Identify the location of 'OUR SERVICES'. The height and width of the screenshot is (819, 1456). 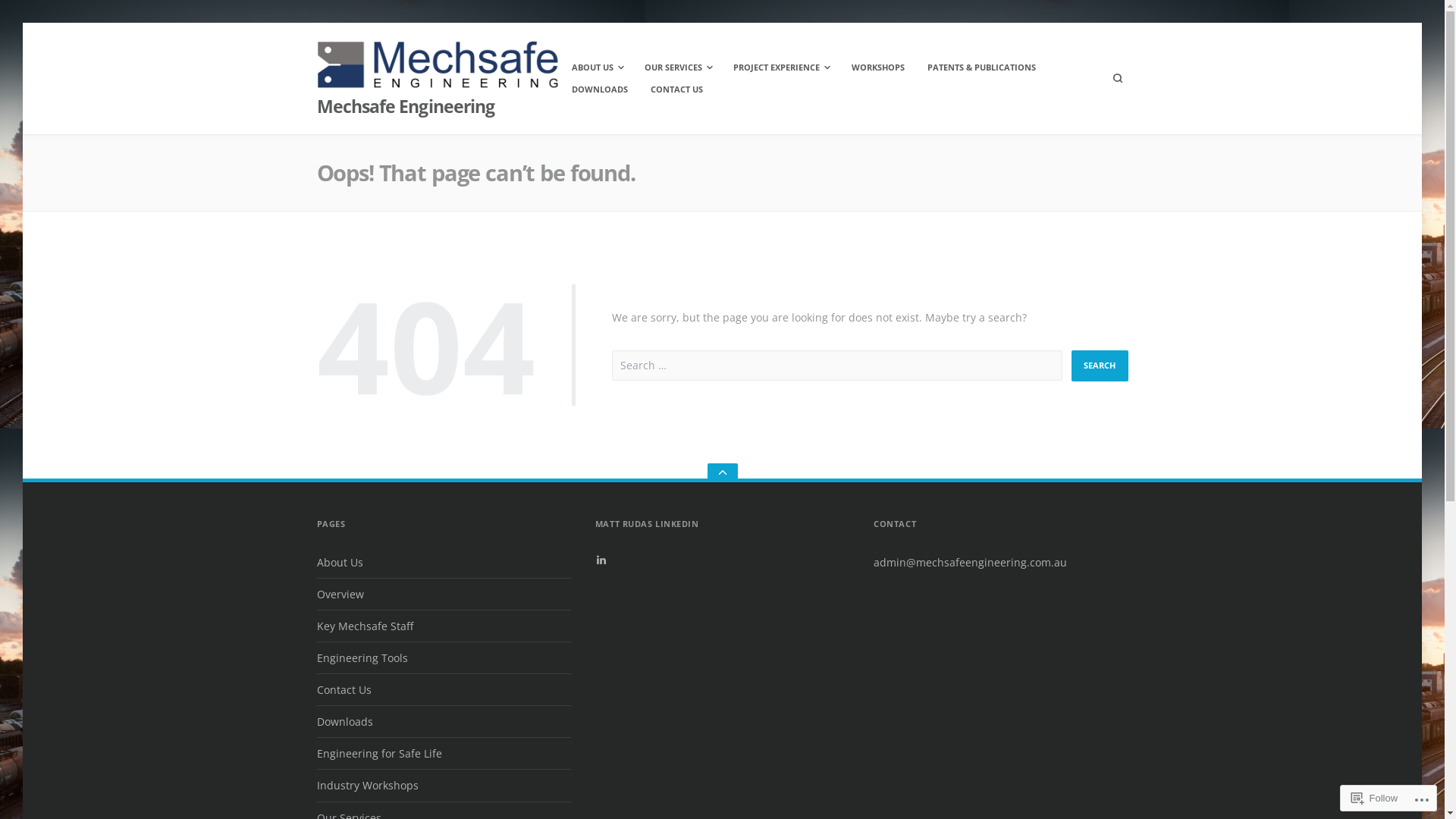
(676, 66).